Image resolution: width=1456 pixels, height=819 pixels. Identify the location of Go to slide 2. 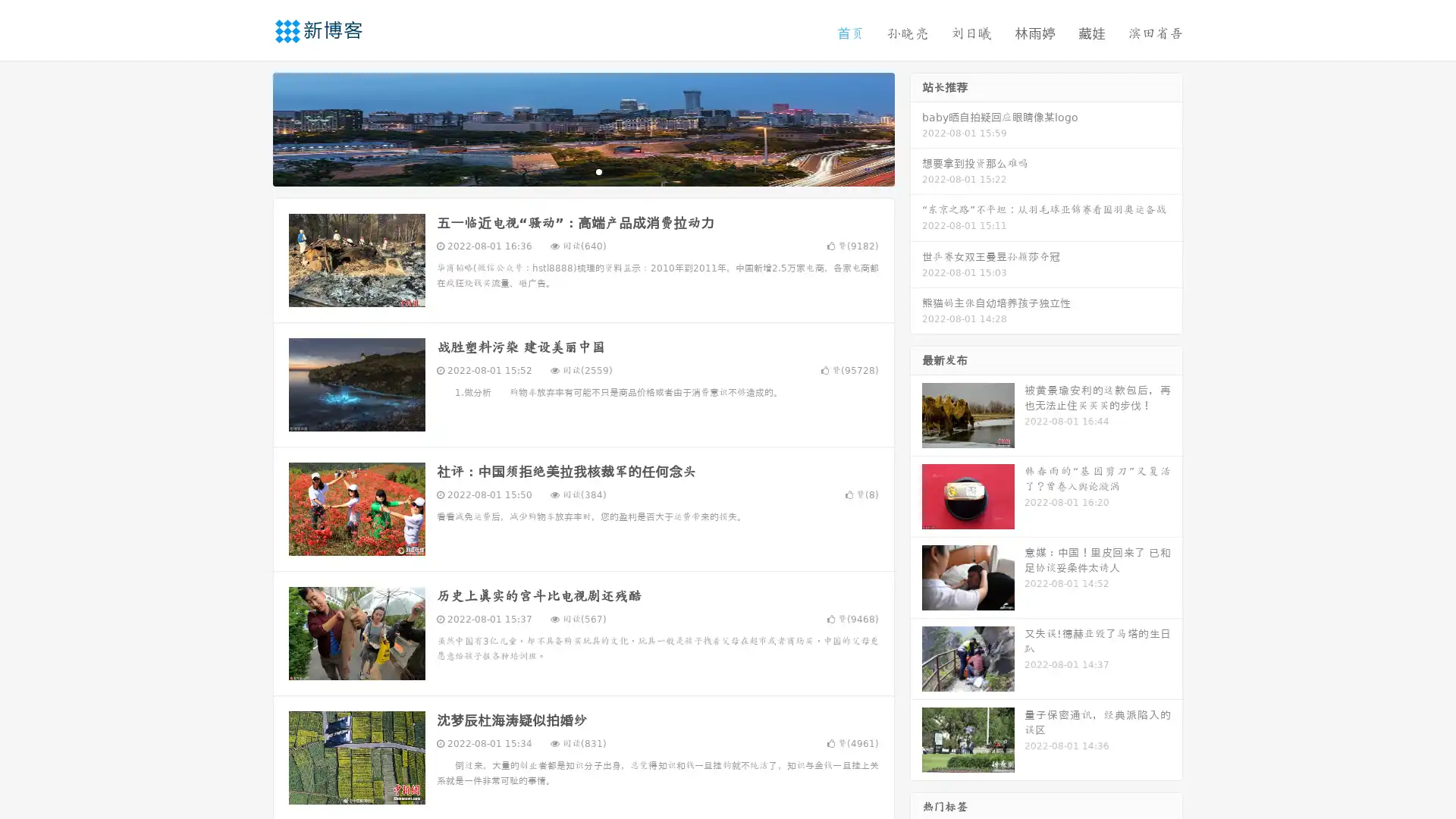
(582, 171).